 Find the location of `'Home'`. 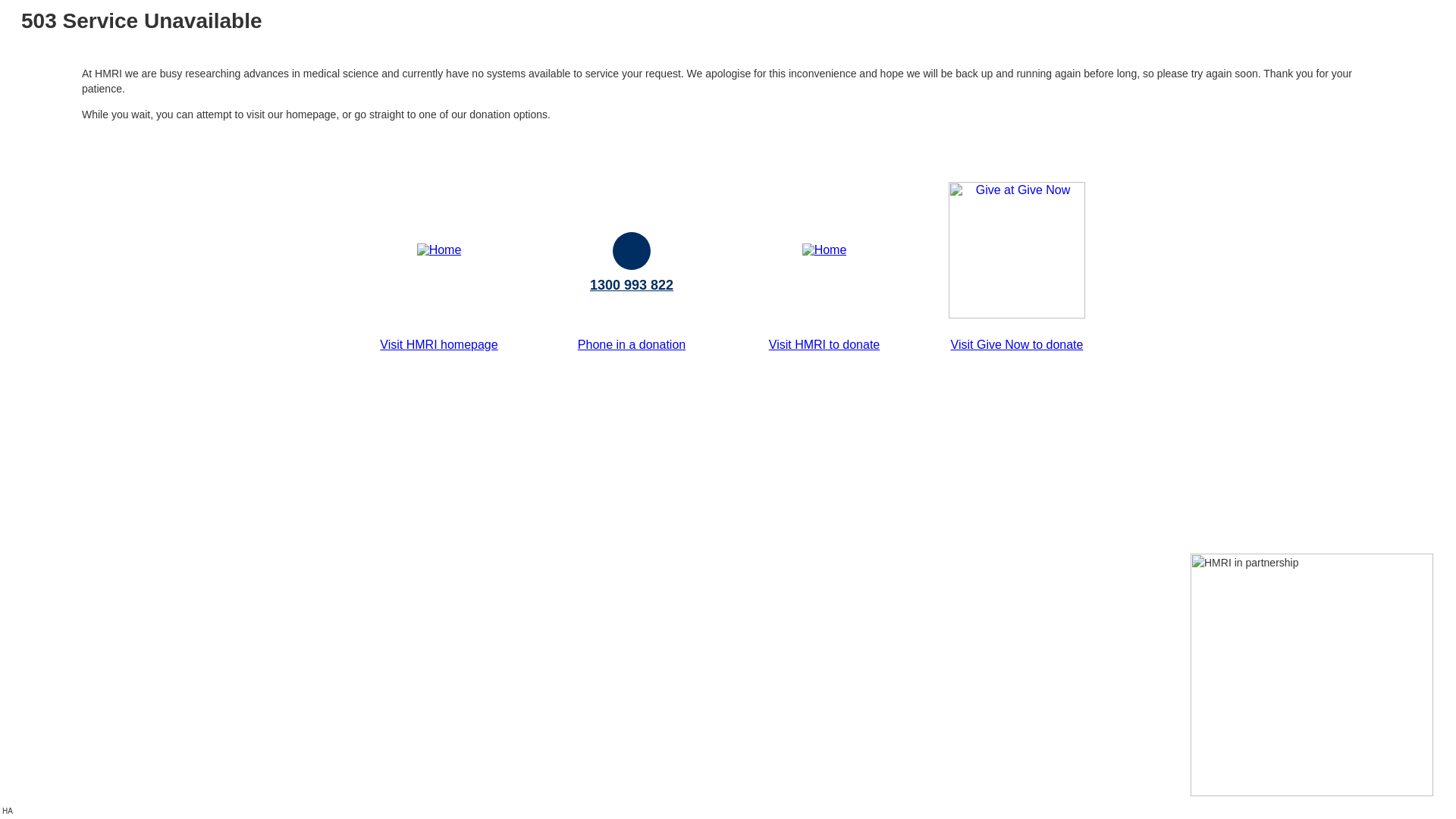

'Home' is located at coordinates (438, 249).